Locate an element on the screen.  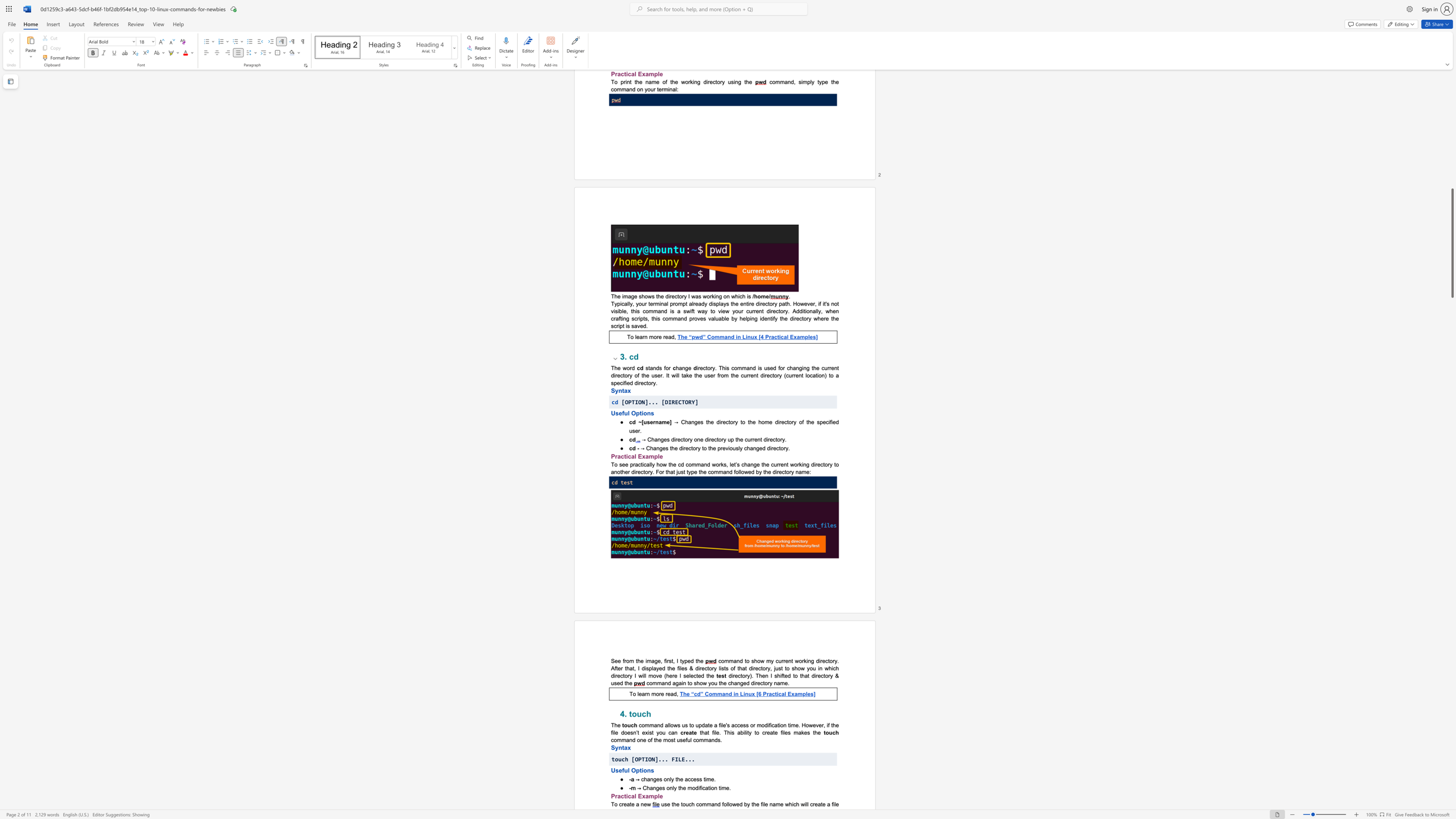
the 3th character "t" in the text is located at coordinates (702, 447).